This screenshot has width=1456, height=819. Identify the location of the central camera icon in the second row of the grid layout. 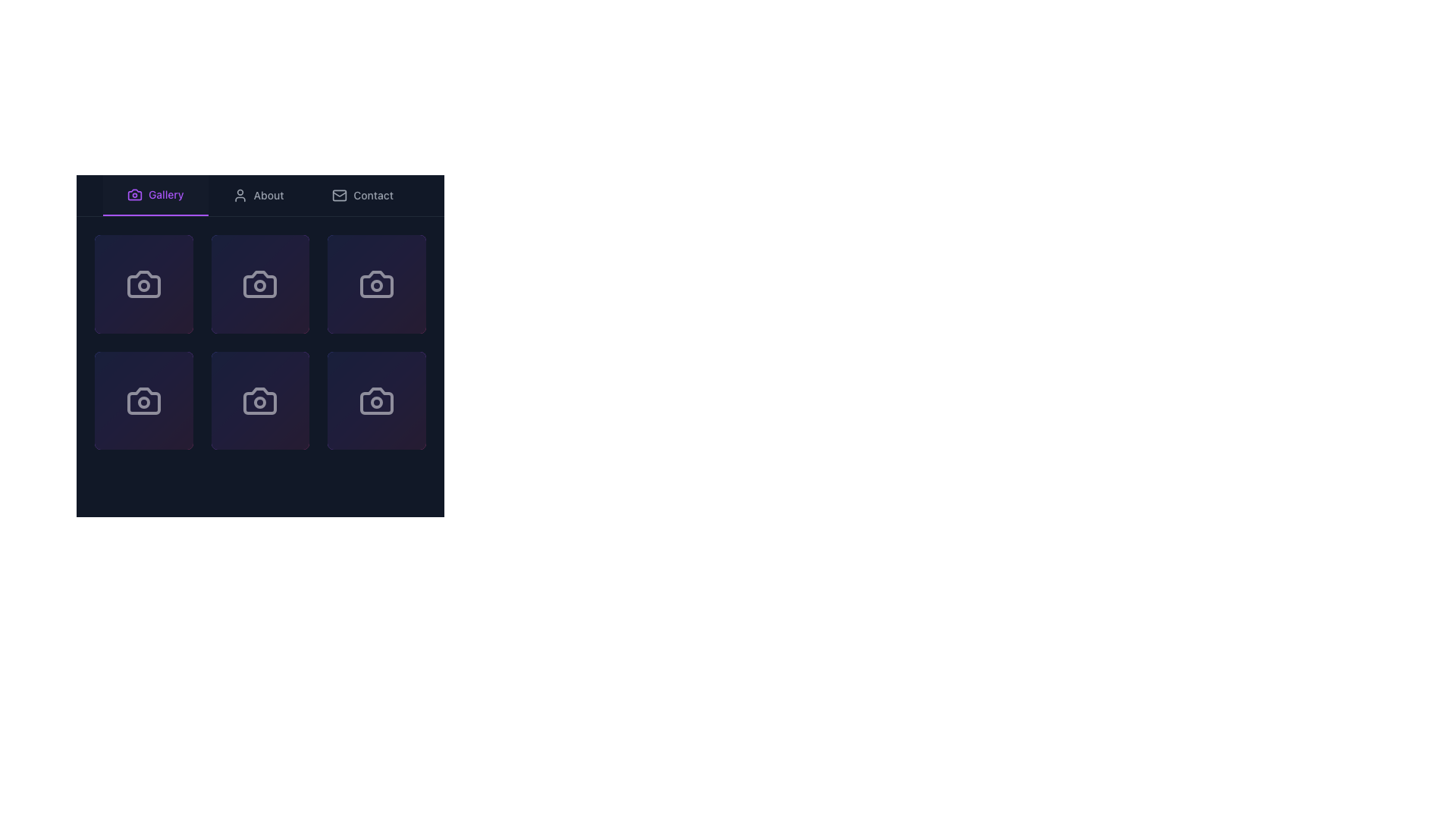
(260, 400).